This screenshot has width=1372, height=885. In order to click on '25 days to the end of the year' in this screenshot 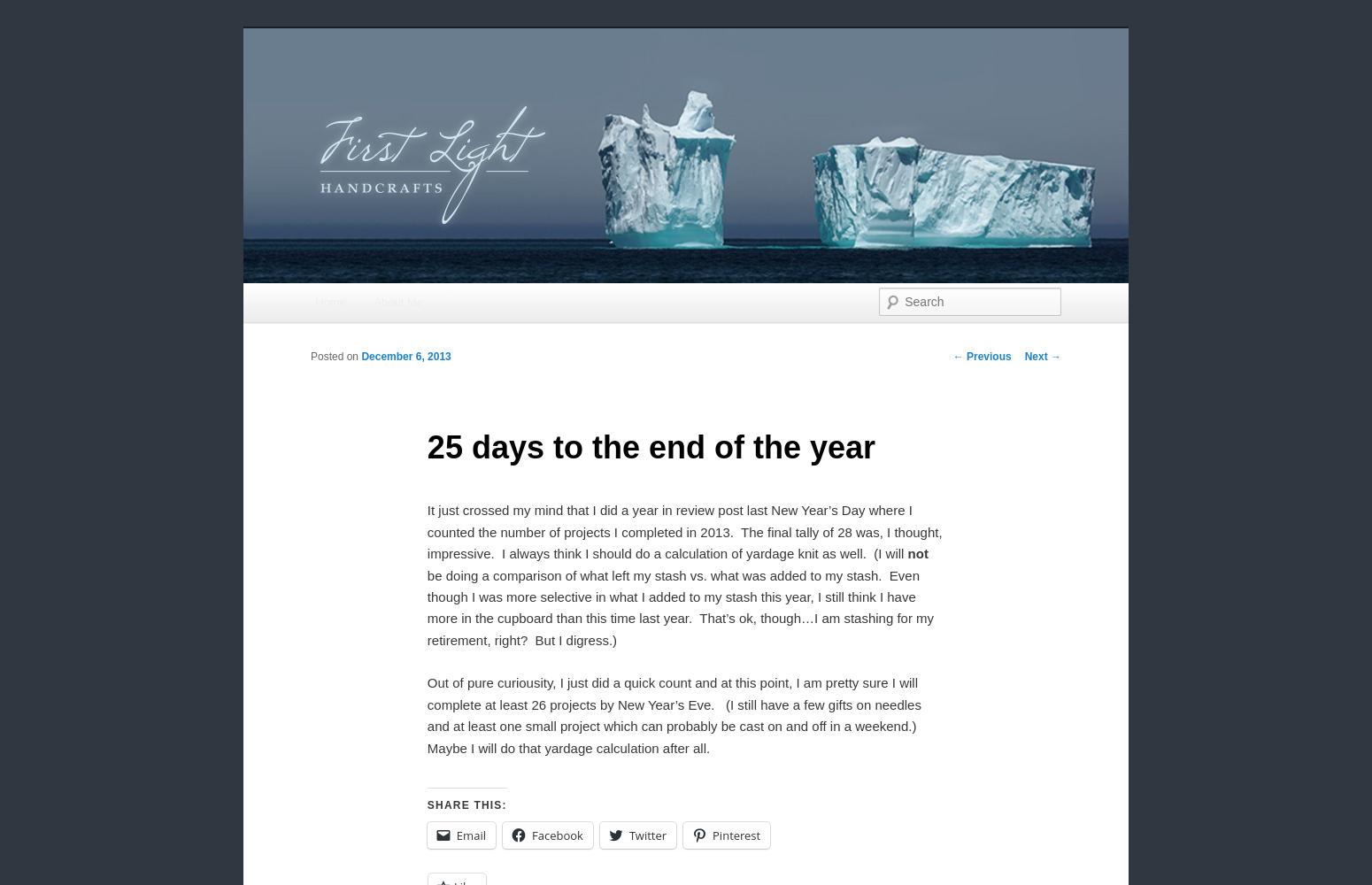, I will do `click(651, 447)`.